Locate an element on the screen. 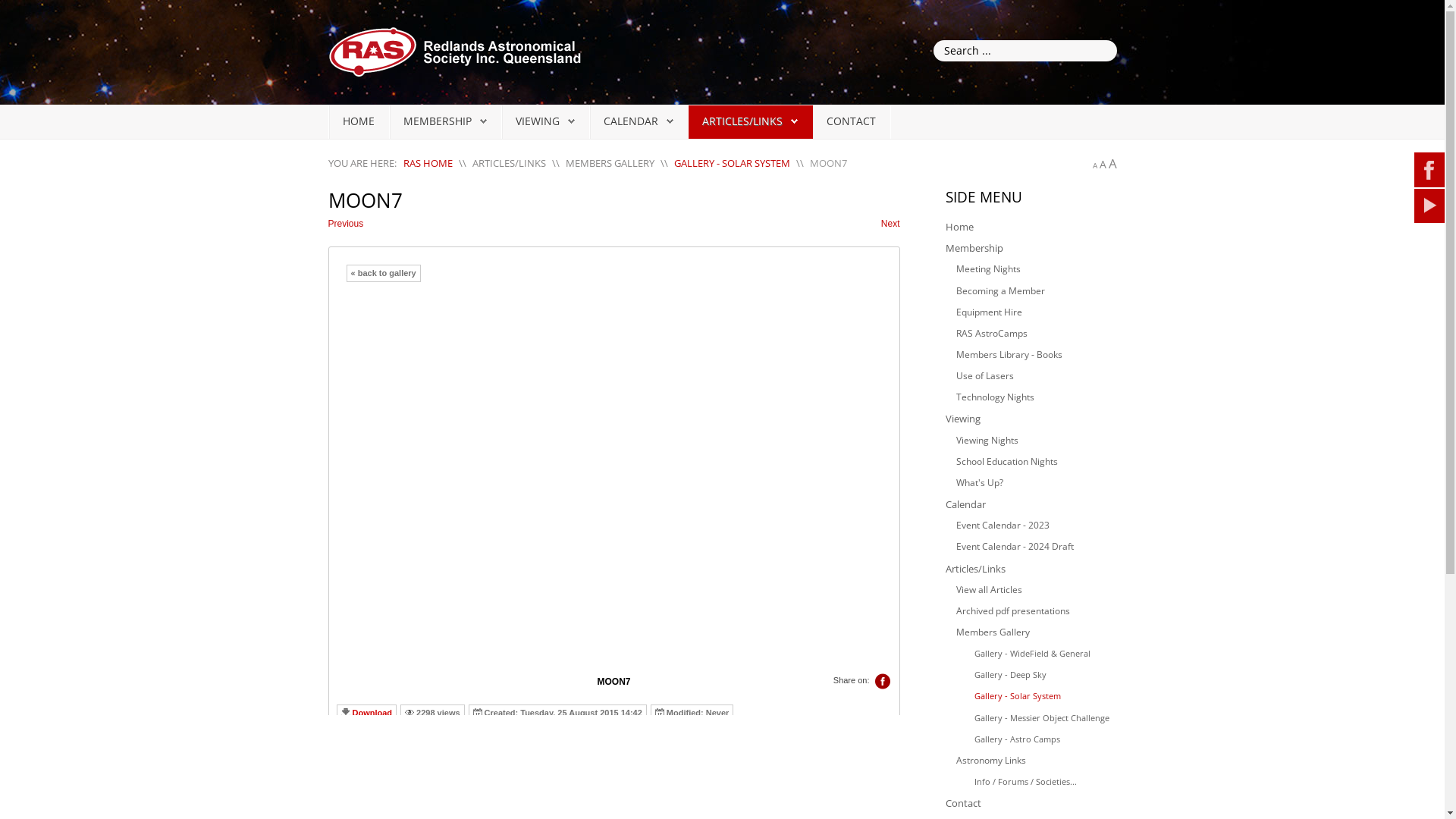 This screenshot has height=819, width=1456. 'Next' is located at coordinates (890, 224).